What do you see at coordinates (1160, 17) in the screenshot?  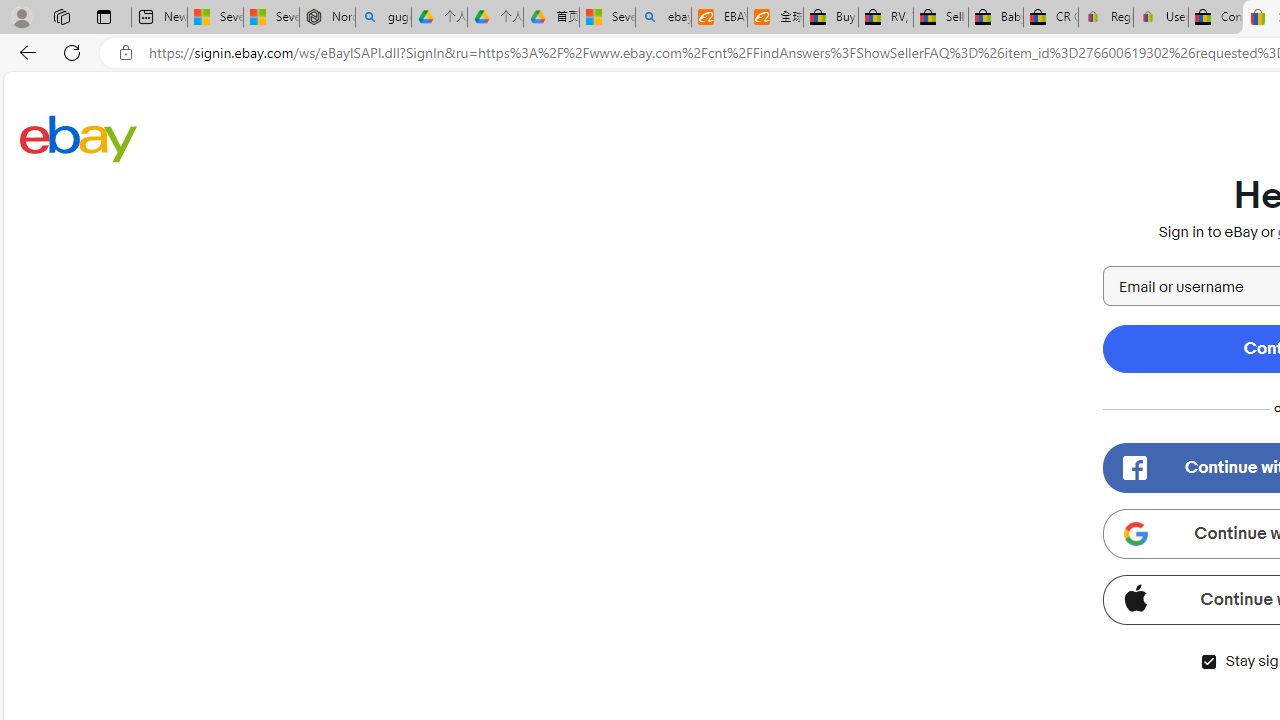 I see `'User Privacy Notice | eBay'` at bounding box center [1160, 17].